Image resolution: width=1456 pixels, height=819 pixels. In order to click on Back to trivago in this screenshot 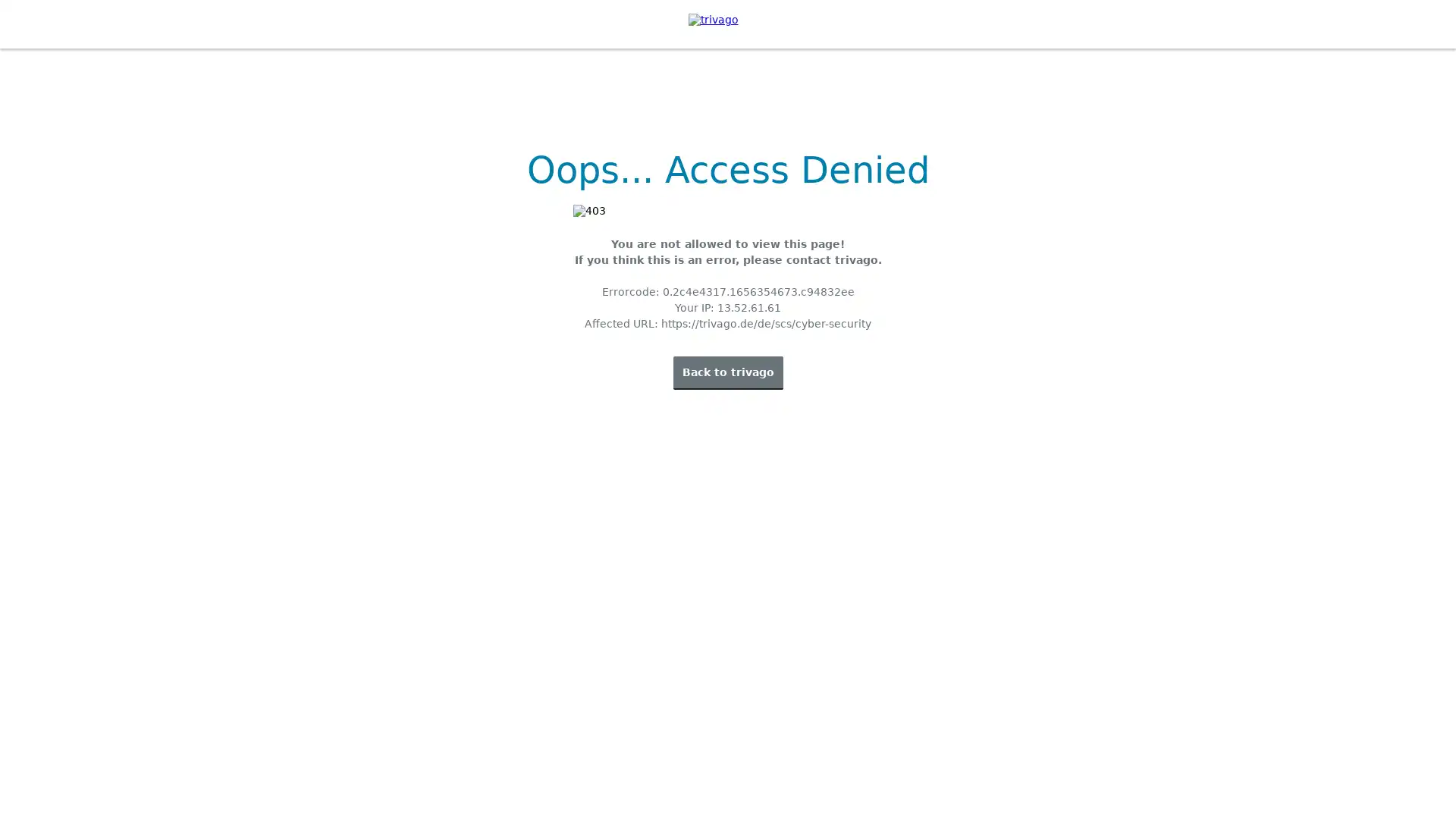, I will do `click(726, 372)`.